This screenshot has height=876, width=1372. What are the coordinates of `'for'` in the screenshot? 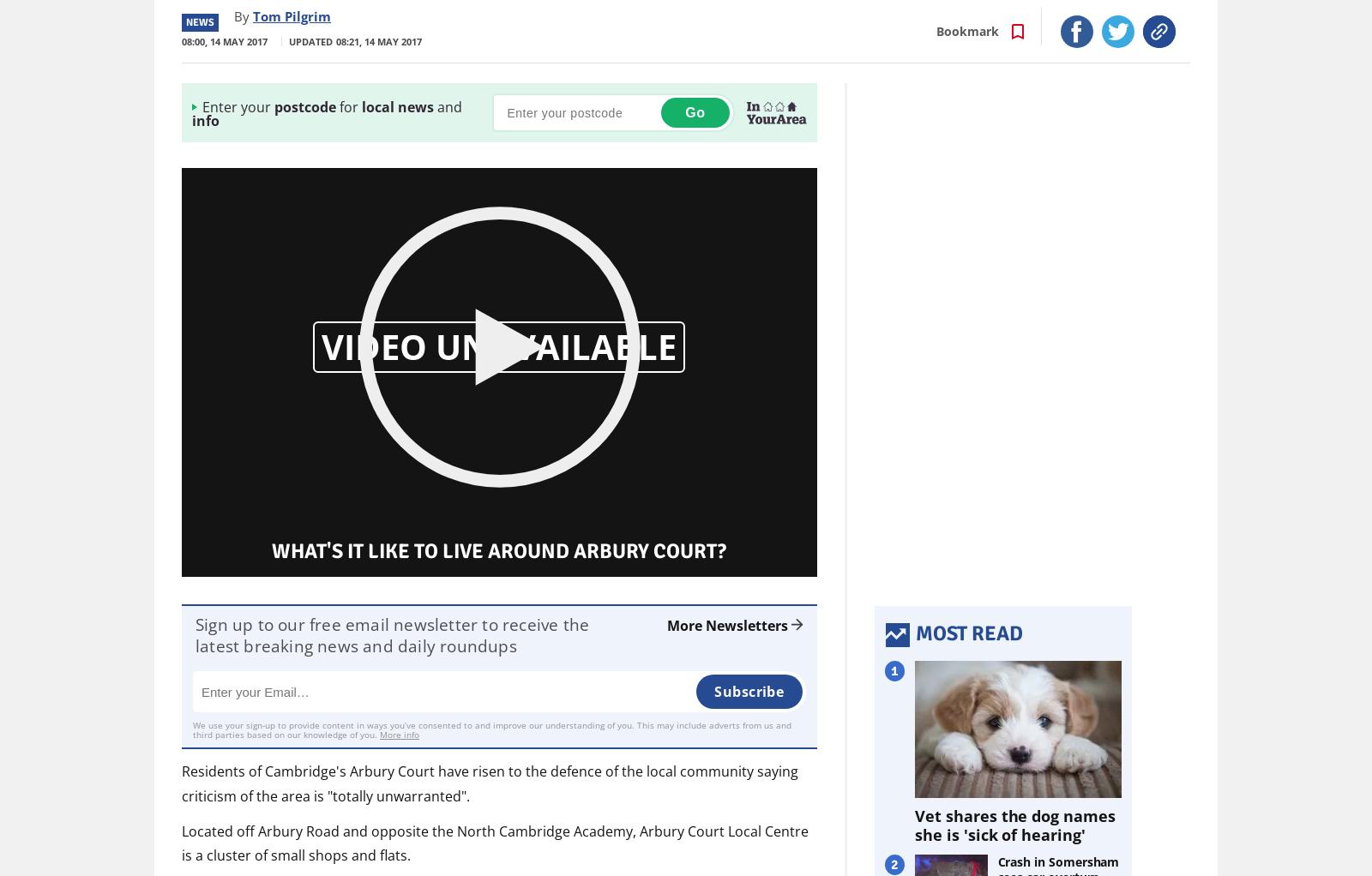 It's located at (348, 106).